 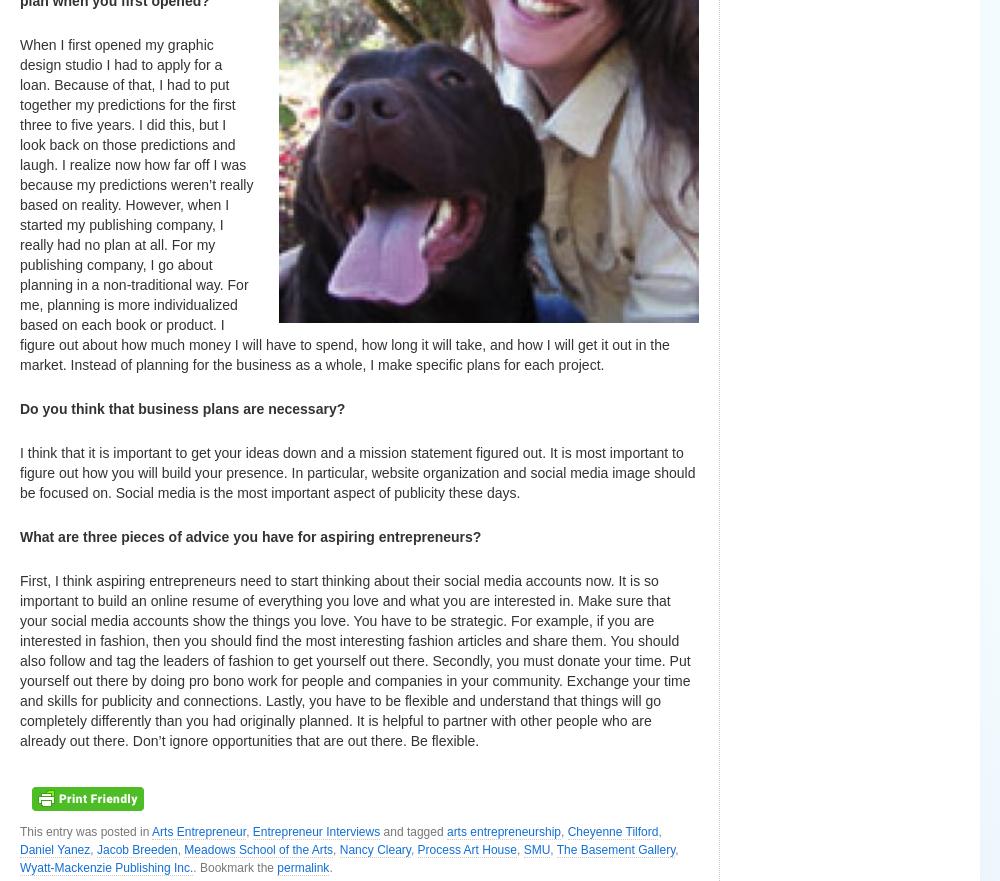 I want to click on 'I think that it is important to get your ideas down and a mission statement figured out. It is most important to figure out how you will build your presence. In particular, website organization and social media image should be focused on. Social media is the most important aspect of publicity these days.', so click(x=20, y=473).